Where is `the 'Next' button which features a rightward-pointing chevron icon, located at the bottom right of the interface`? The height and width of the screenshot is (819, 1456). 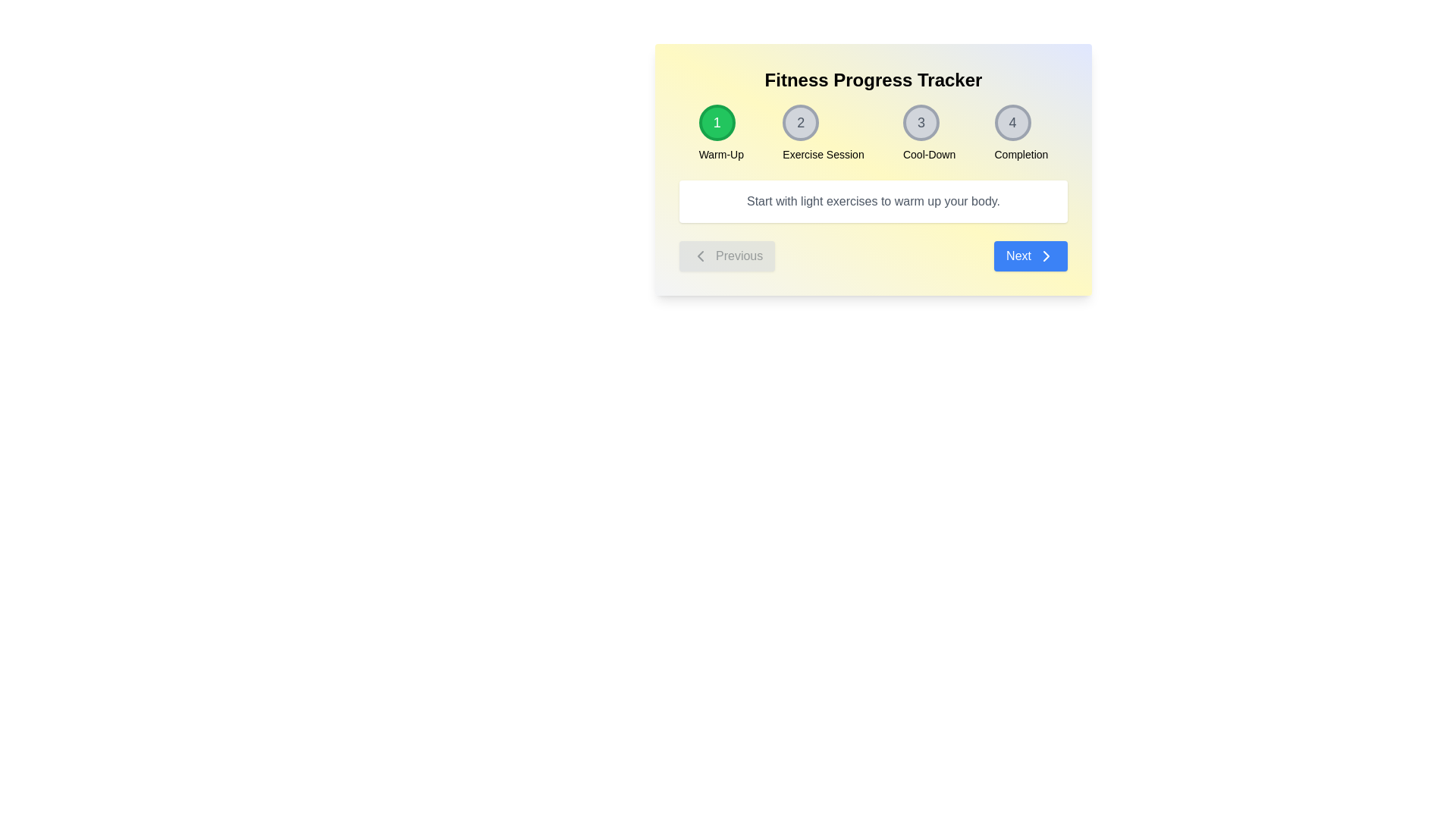 the 'Next' button which features a rightward-pointing chevron icon, located at the bottom right of the interface is located at coordinates (1046, 256).